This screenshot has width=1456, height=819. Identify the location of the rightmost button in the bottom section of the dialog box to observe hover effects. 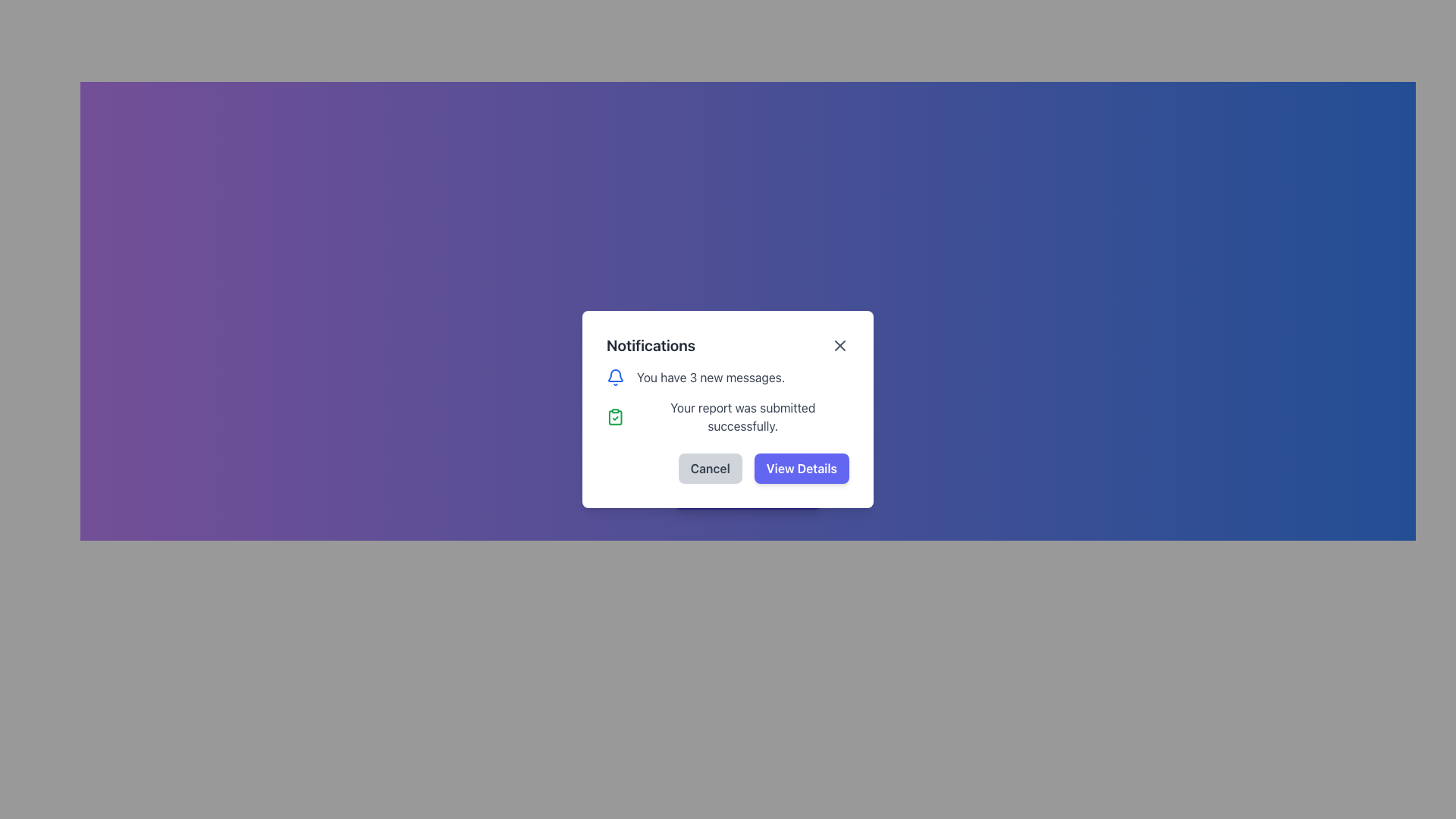
(801, 467).